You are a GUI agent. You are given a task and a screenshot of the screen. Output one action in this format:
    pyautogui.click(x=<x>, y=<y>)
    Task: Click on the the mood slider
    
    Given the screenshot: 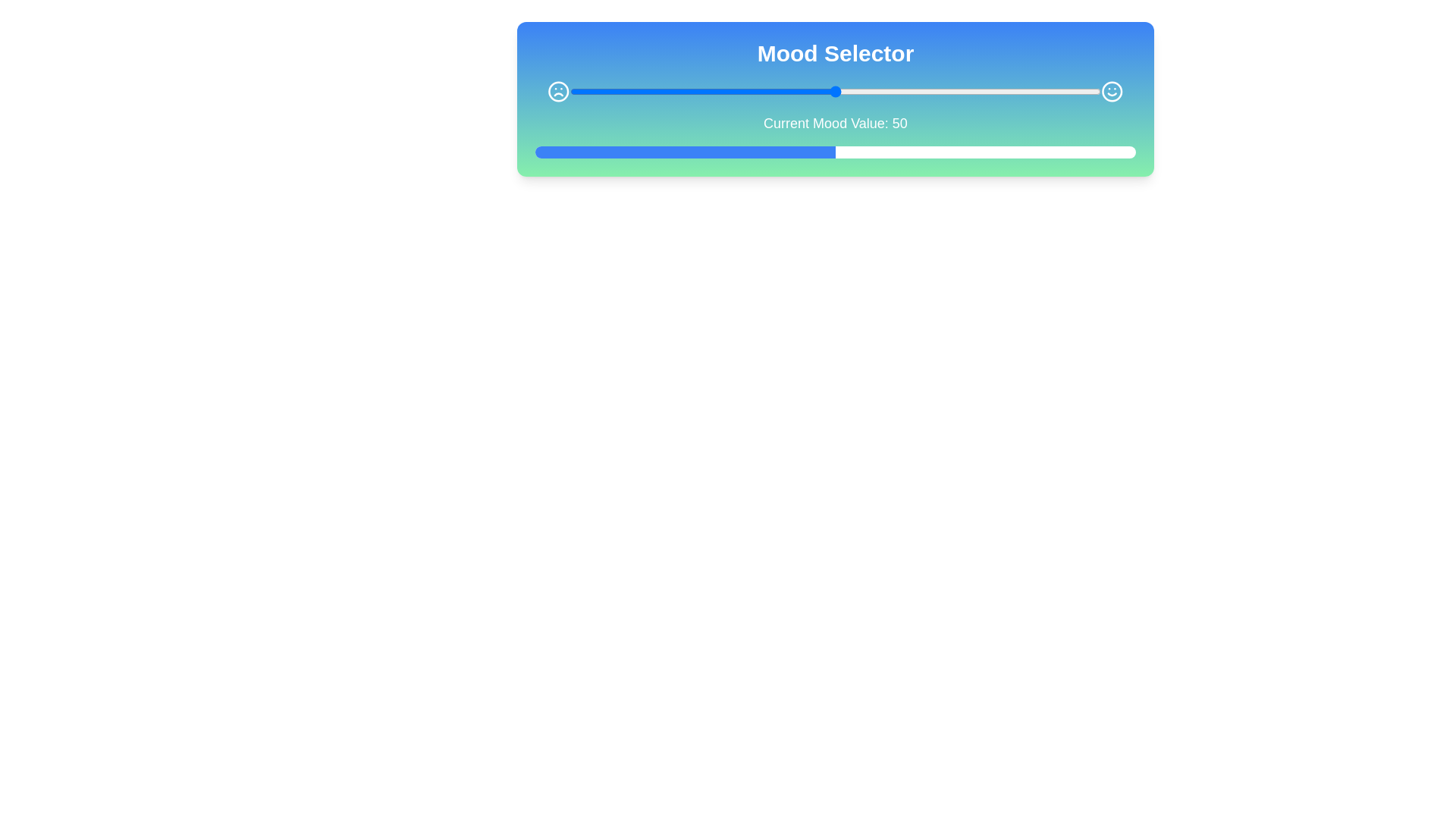 What is the action you would take?
    pyautogui.click(x=675, y=91)
    